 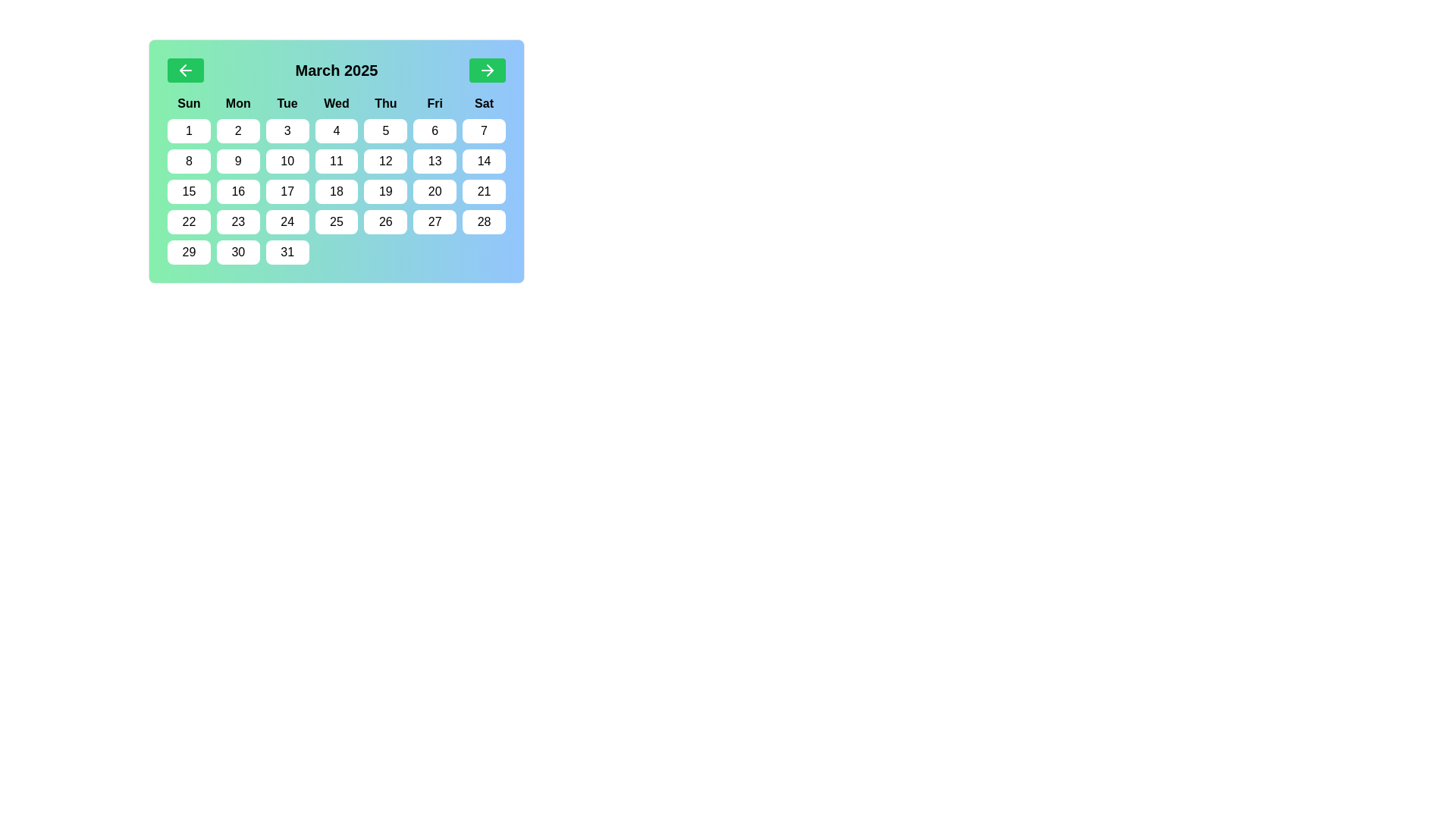 I want to click on the button representing the date '17' in the calendar, located in the third row and third column under 'Tue', so click(x=287, y=191).